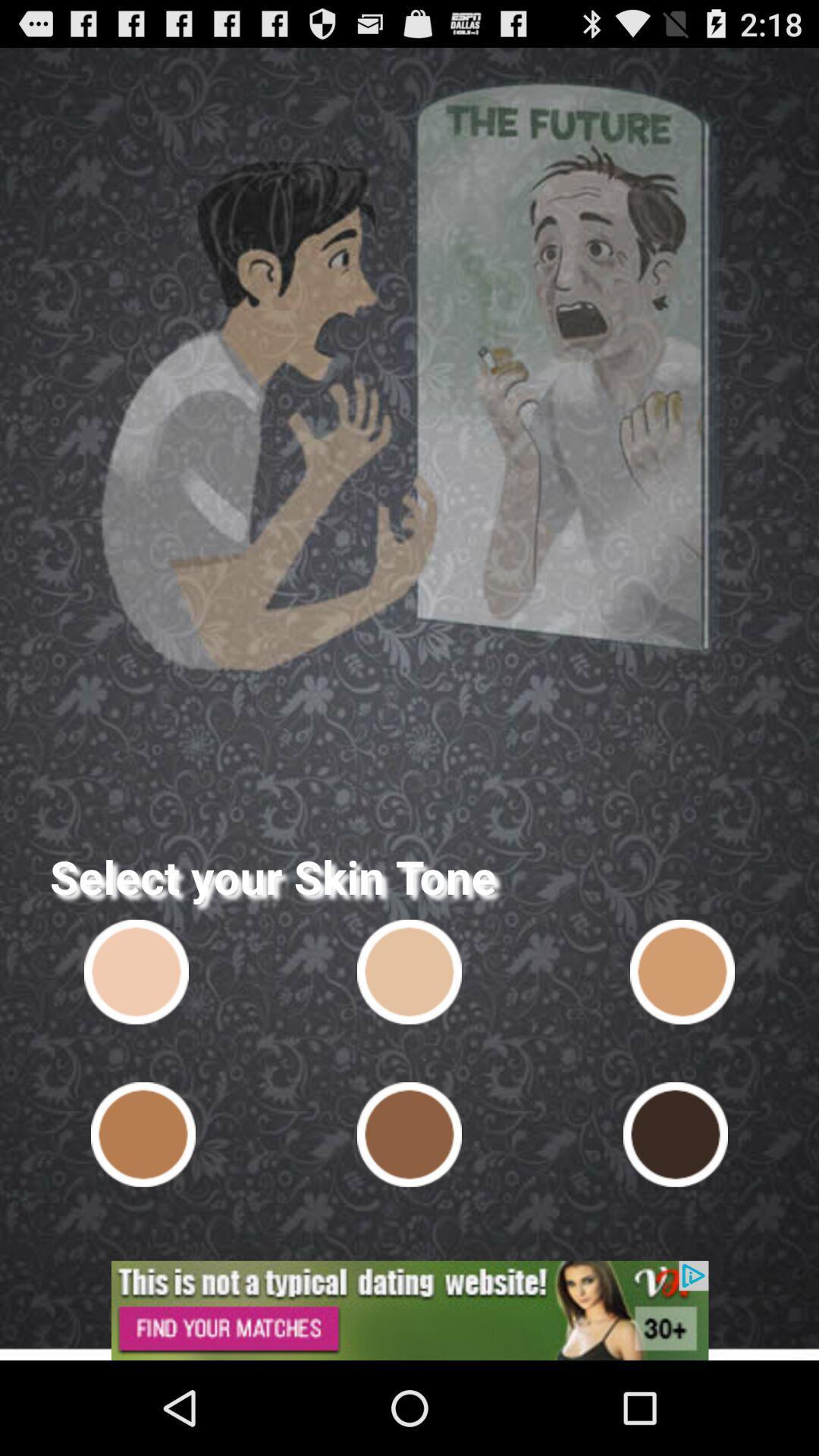 The image size is (819, 1456). What do you see at coordinates (675, 1134) in the screenshot?
I see `choose this` at bounding box center [675, 1134].